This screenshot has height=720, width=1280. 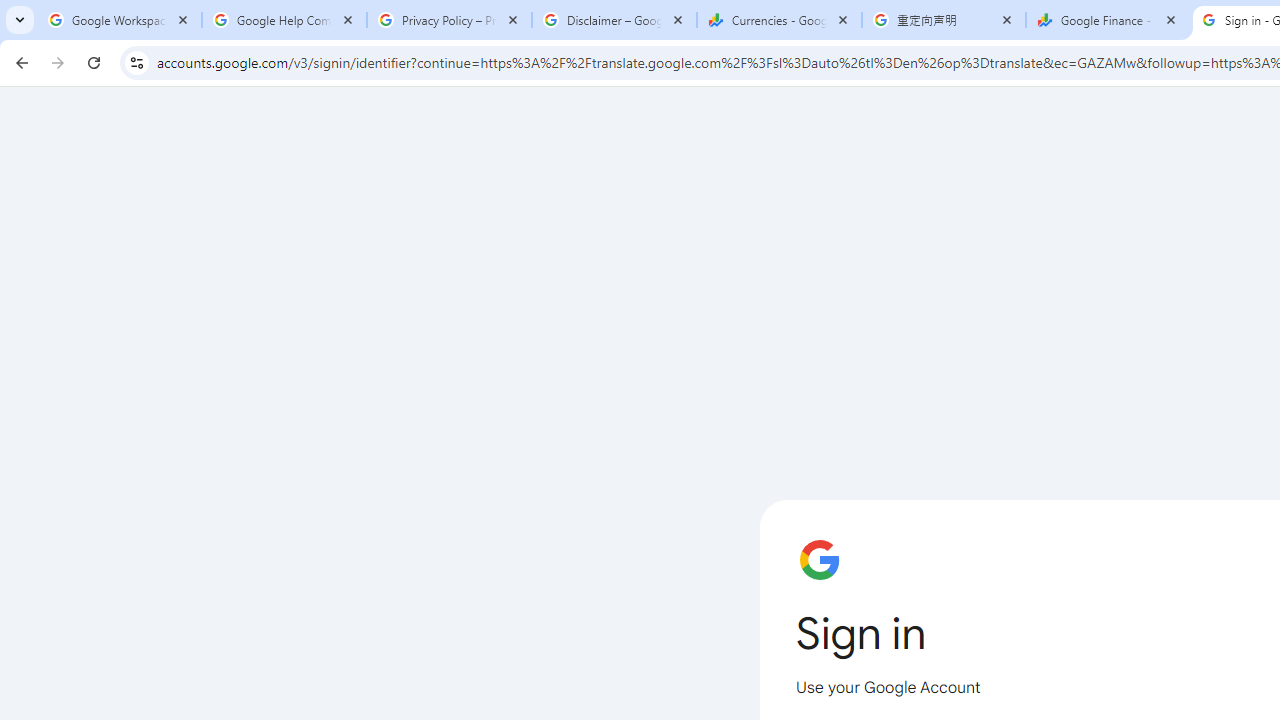 What do you see at coordinates (778, 20) in the screenshot?
I see `'Currencies - Google Finance'` at bounding box center [778, 20].